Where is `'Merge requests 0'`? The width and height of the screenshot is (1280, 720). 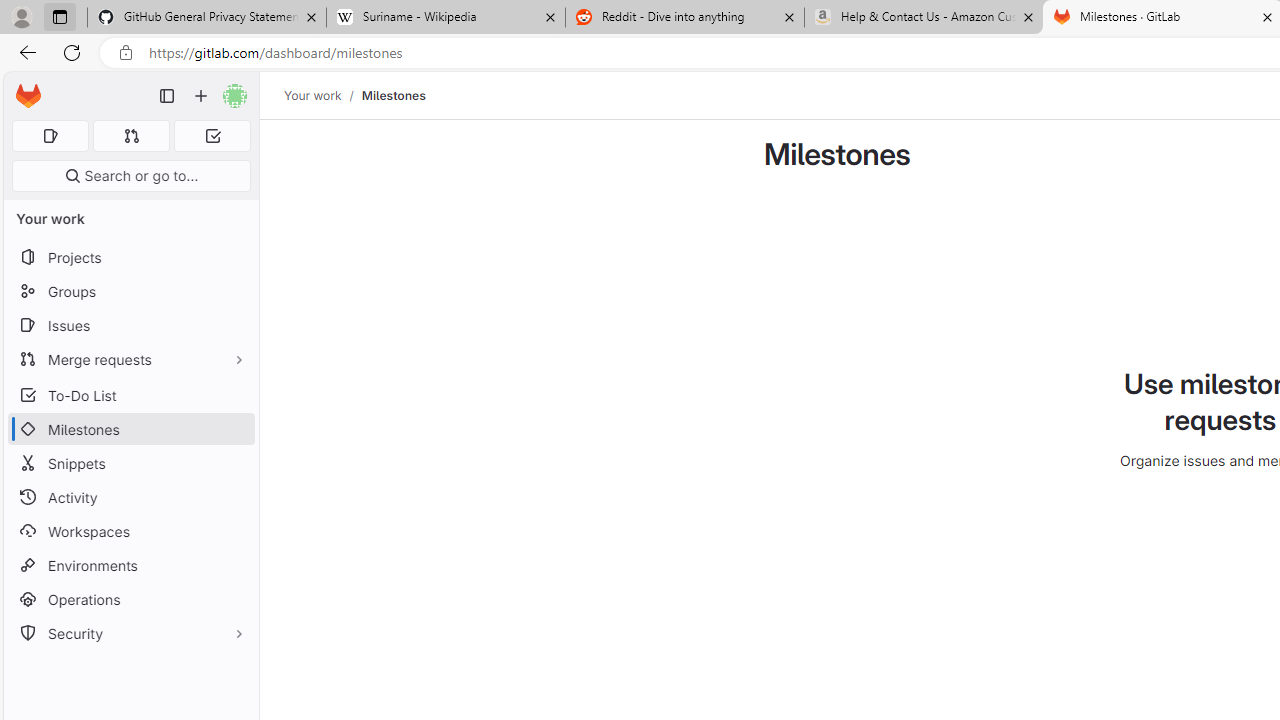
'Merge requests 0' is located at coordinates (130, 135).